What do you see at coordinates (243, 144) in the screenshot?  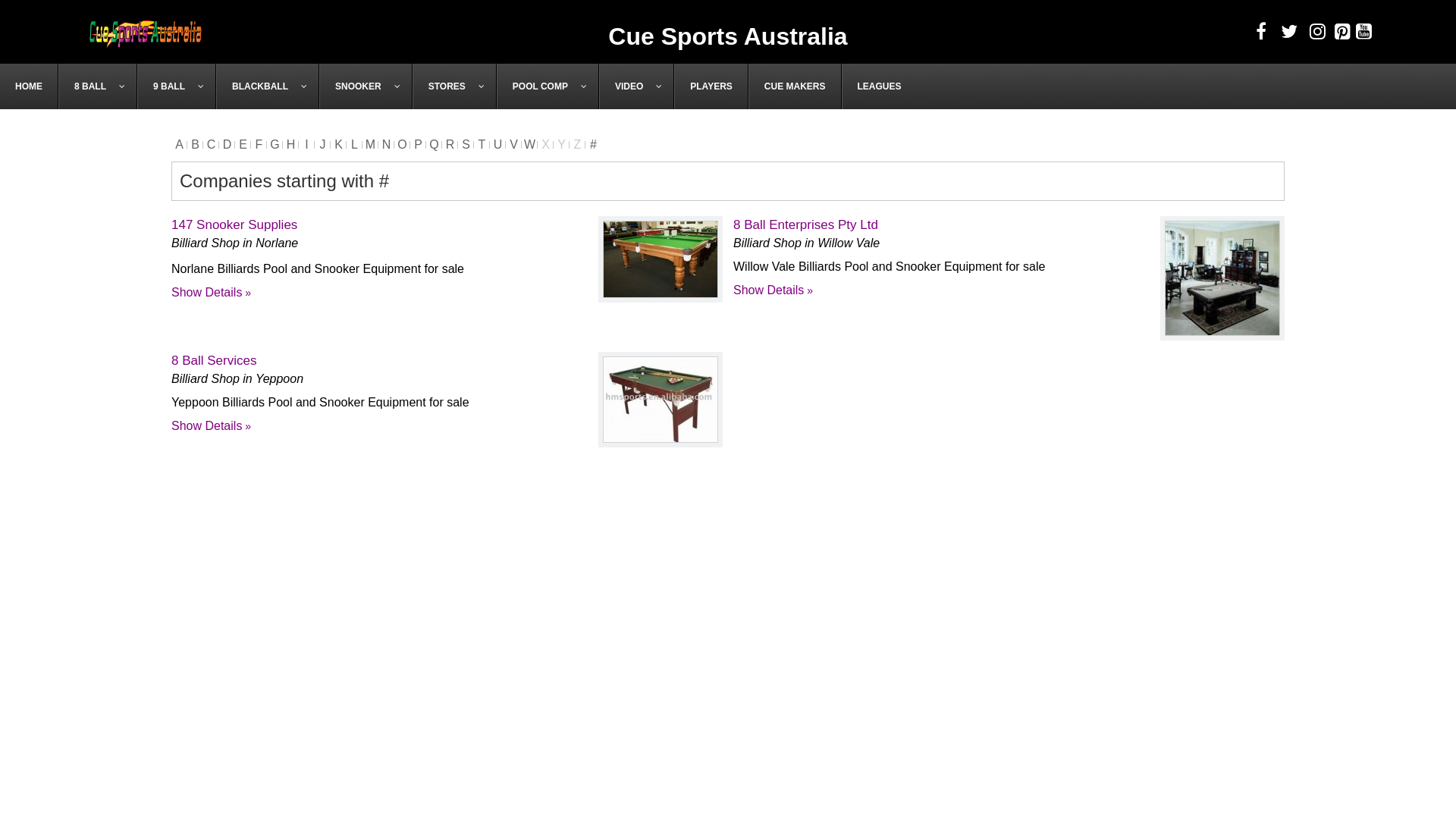 I see `'E'` at bounding box center [243, 144].